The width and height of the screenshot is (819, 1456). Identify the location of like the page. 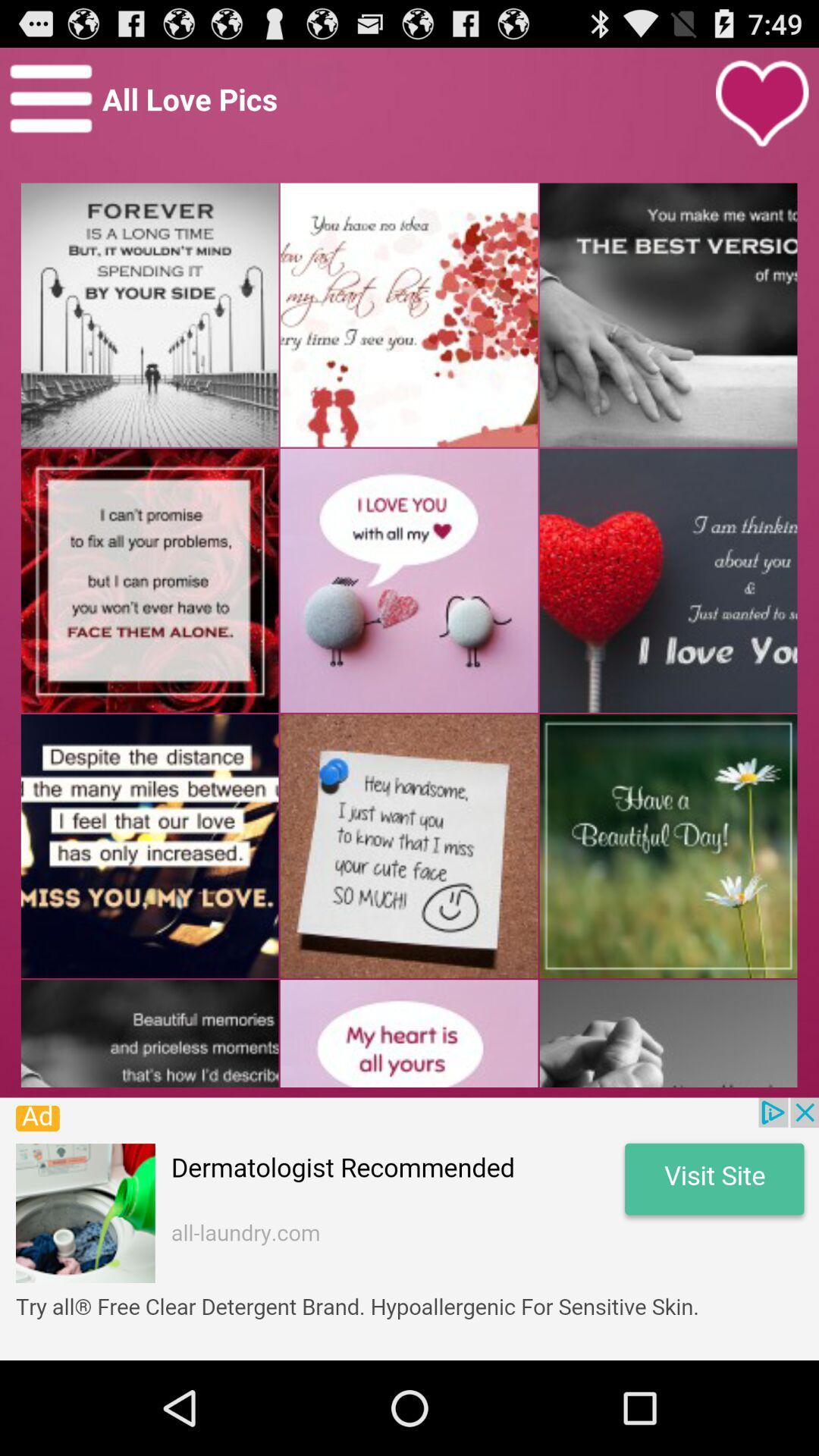
(762, 103).